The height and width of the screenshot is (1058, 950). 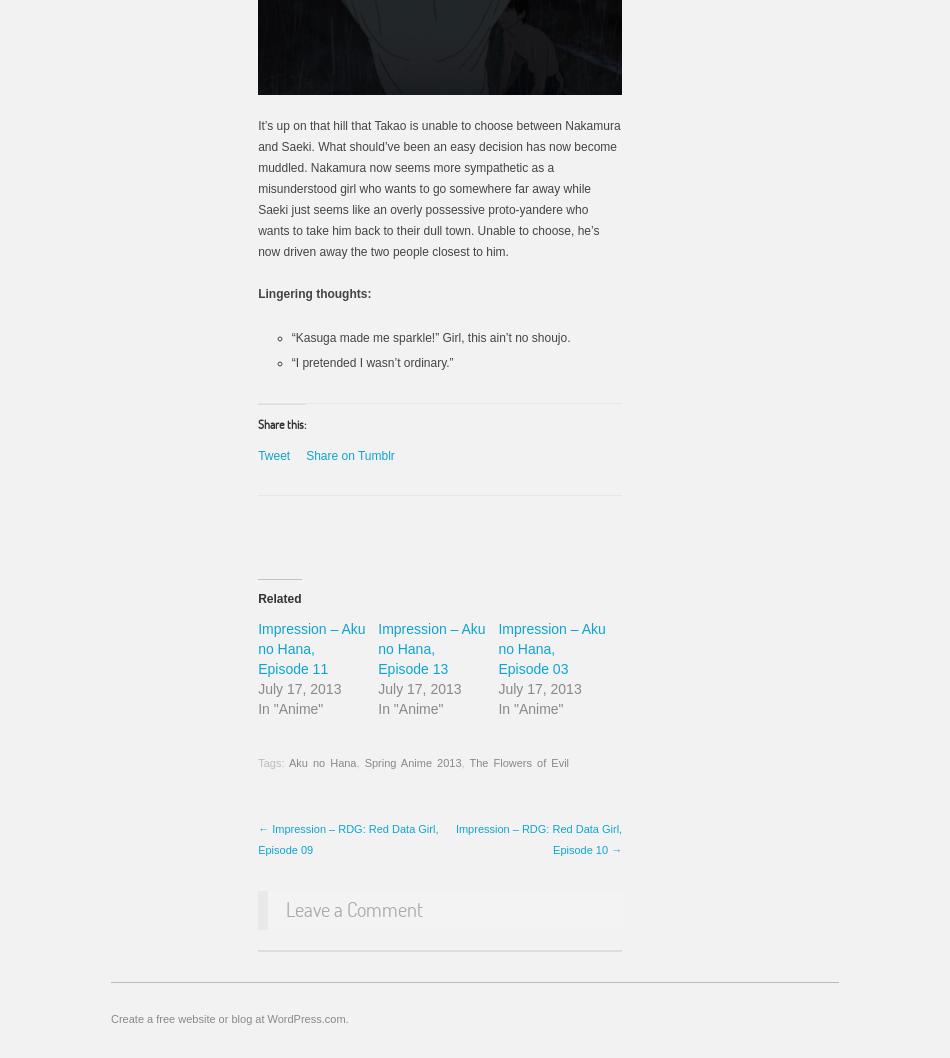 I want to click on 'Aku no Hana', so click(x=320, y=763).